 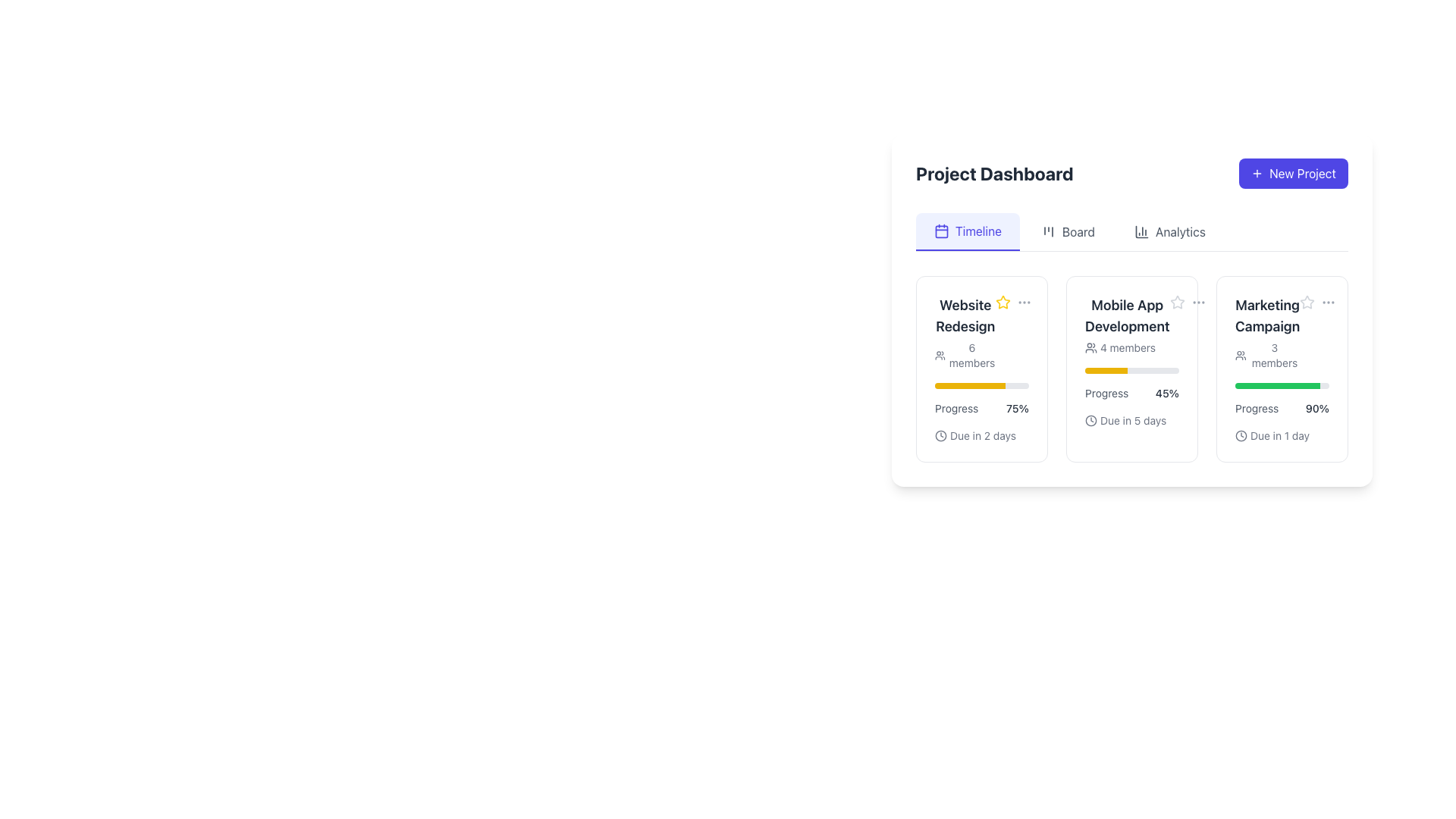 What do you see at coordinates (982, 369) in the screenshot?
I see `the Information Card that summarizes the 'Website Redesign' project, located at the top-left corner of the grid layout` at bounding box center [982, 369].